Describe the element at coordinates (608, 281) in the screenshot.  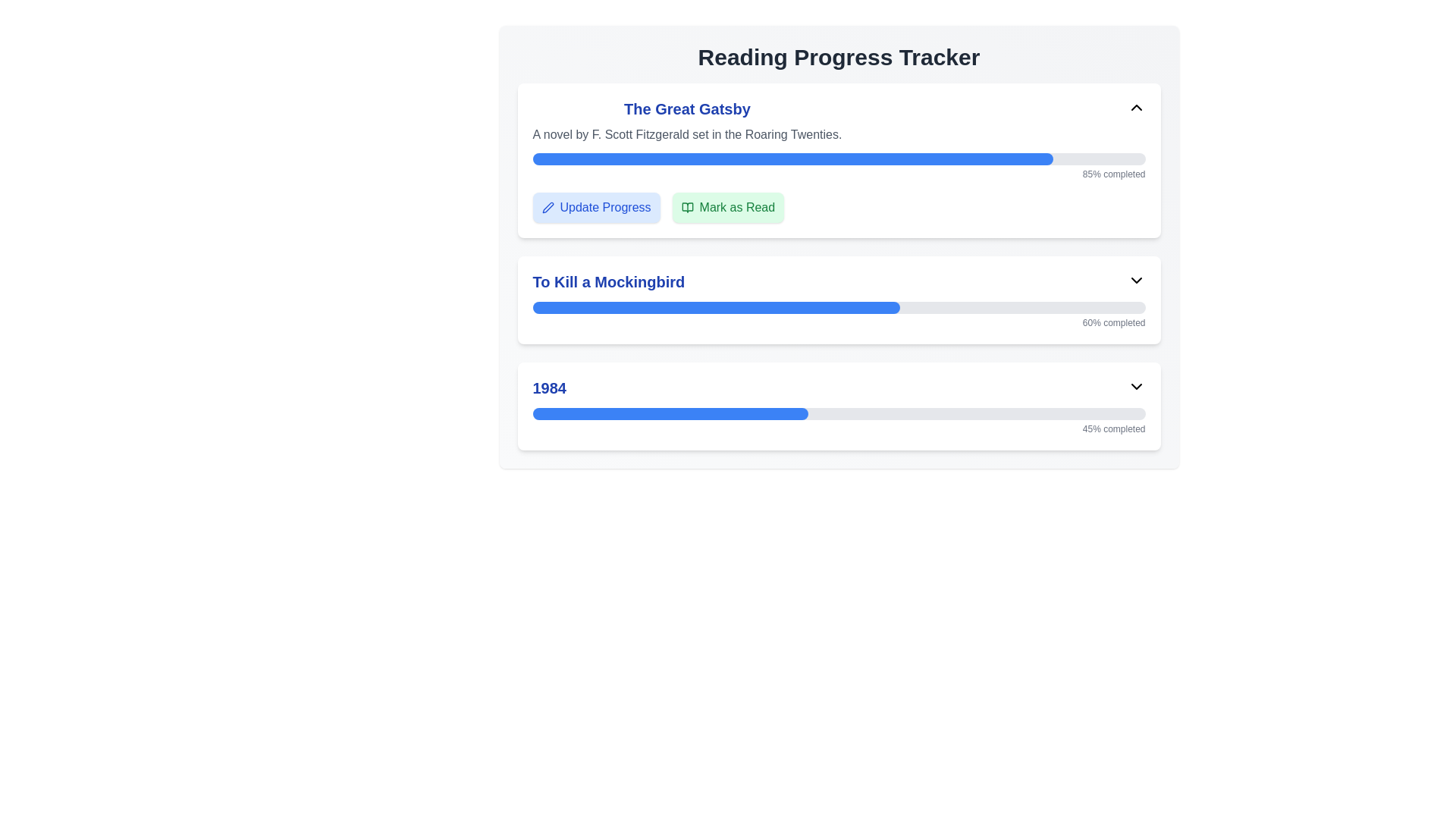
I see `title of the book displayed in the Text element located in the second section of the reading progress tracker, above the blue progress bar and to the left of the dropdown icon` at that location.